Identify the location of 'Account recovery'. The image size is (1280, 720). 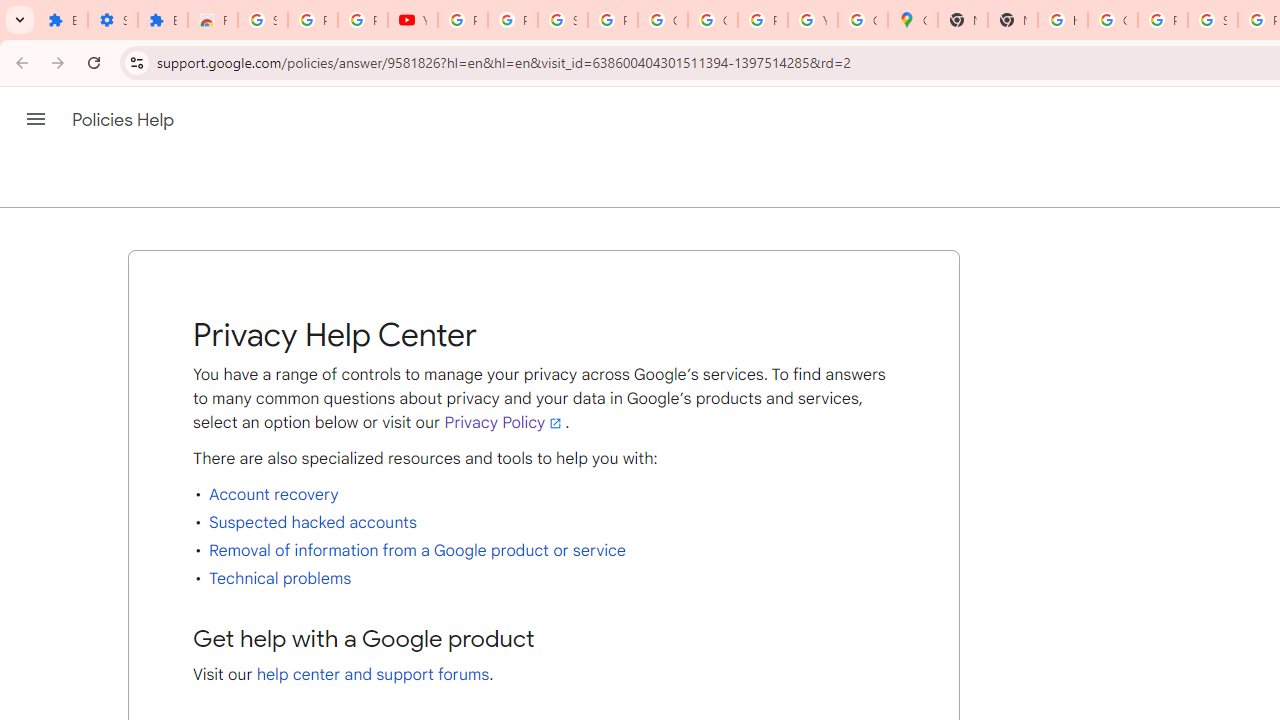
(272, 495).